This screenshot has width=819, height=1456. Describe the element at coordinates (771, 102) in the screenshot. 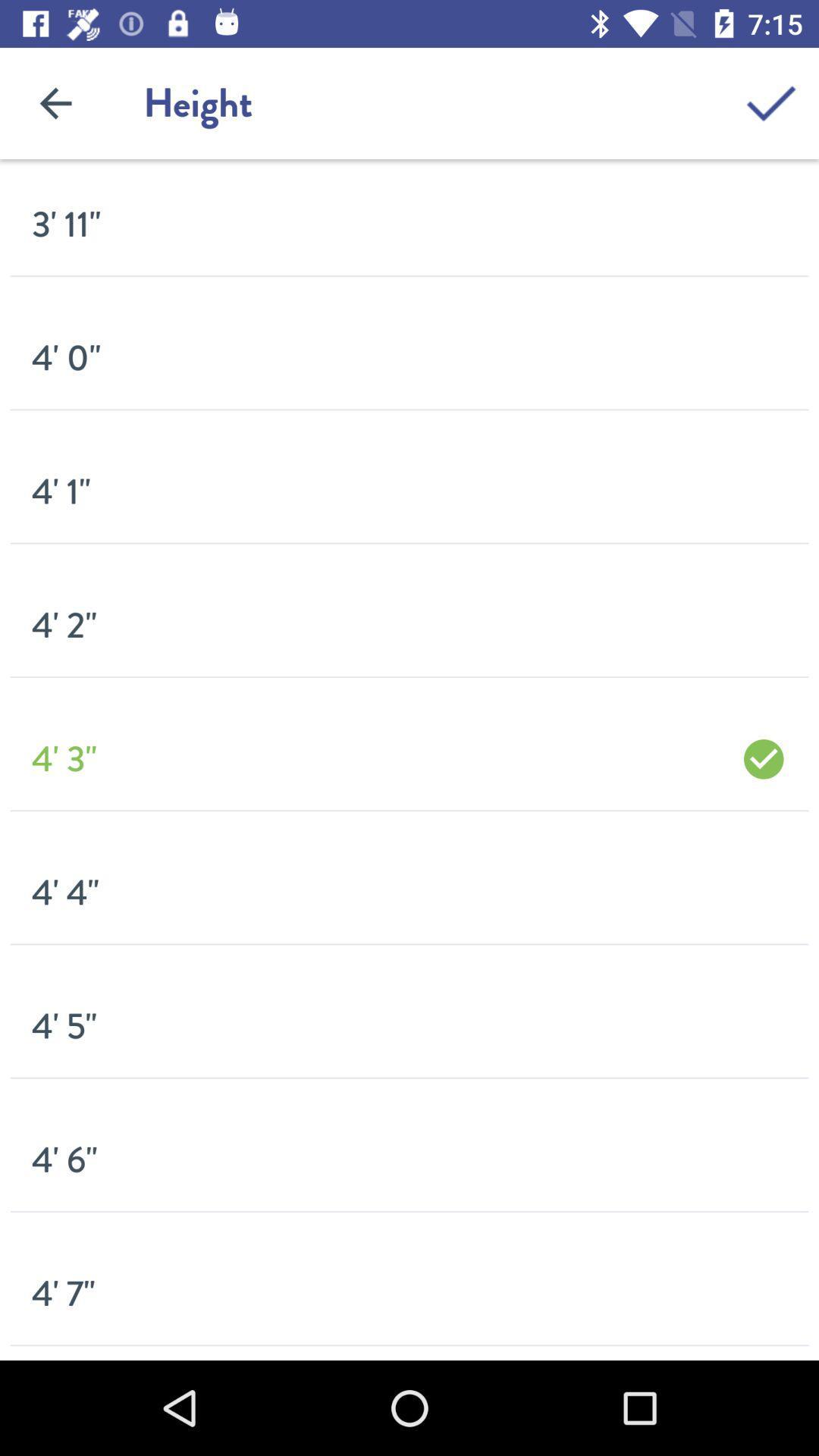

I see `the item at the top right corner` at that location.